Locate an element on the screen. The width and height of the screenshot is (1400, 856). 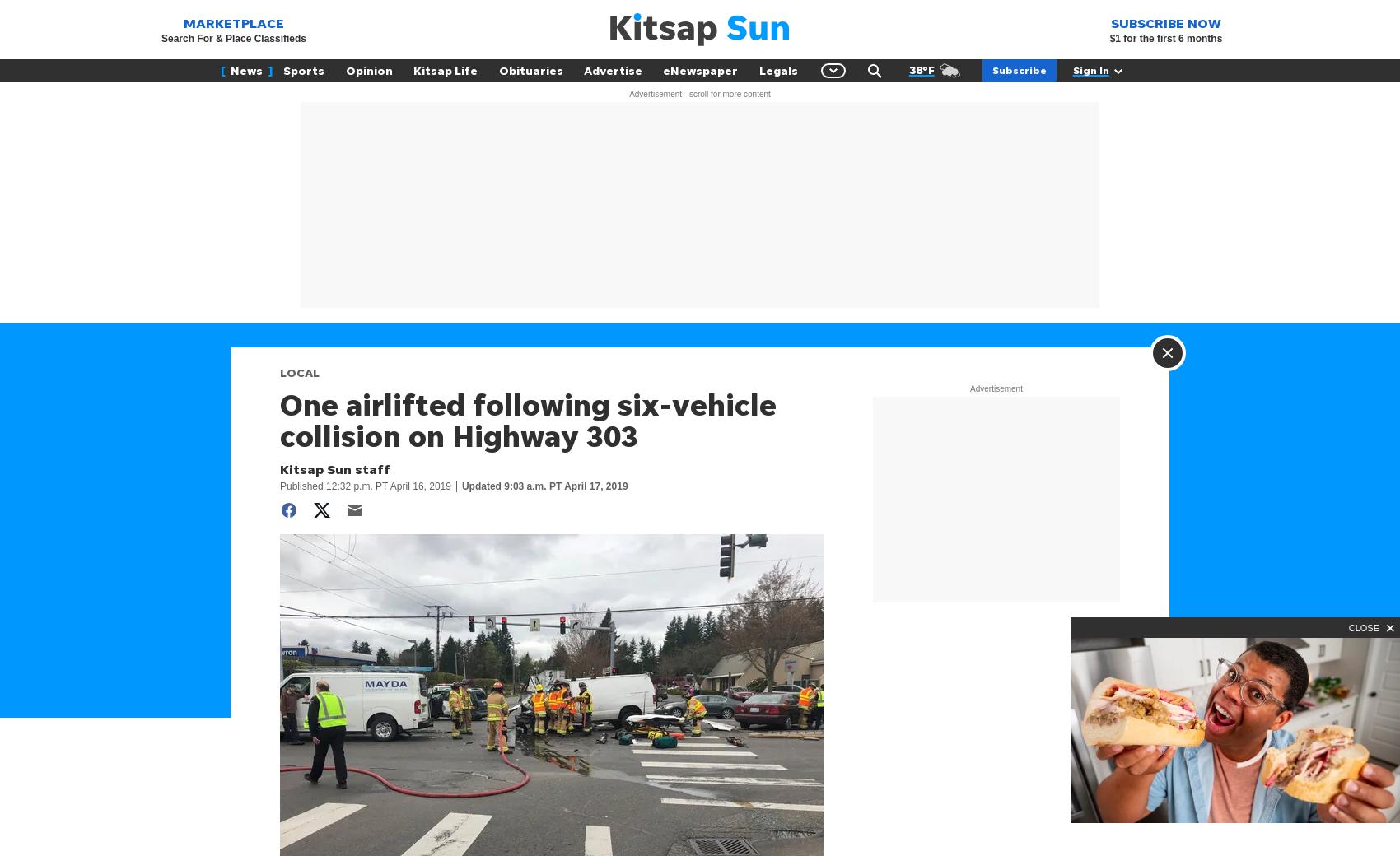
'One airlifted following six-vehicle collision on Highway 303' is located at coordinates (528, 420).